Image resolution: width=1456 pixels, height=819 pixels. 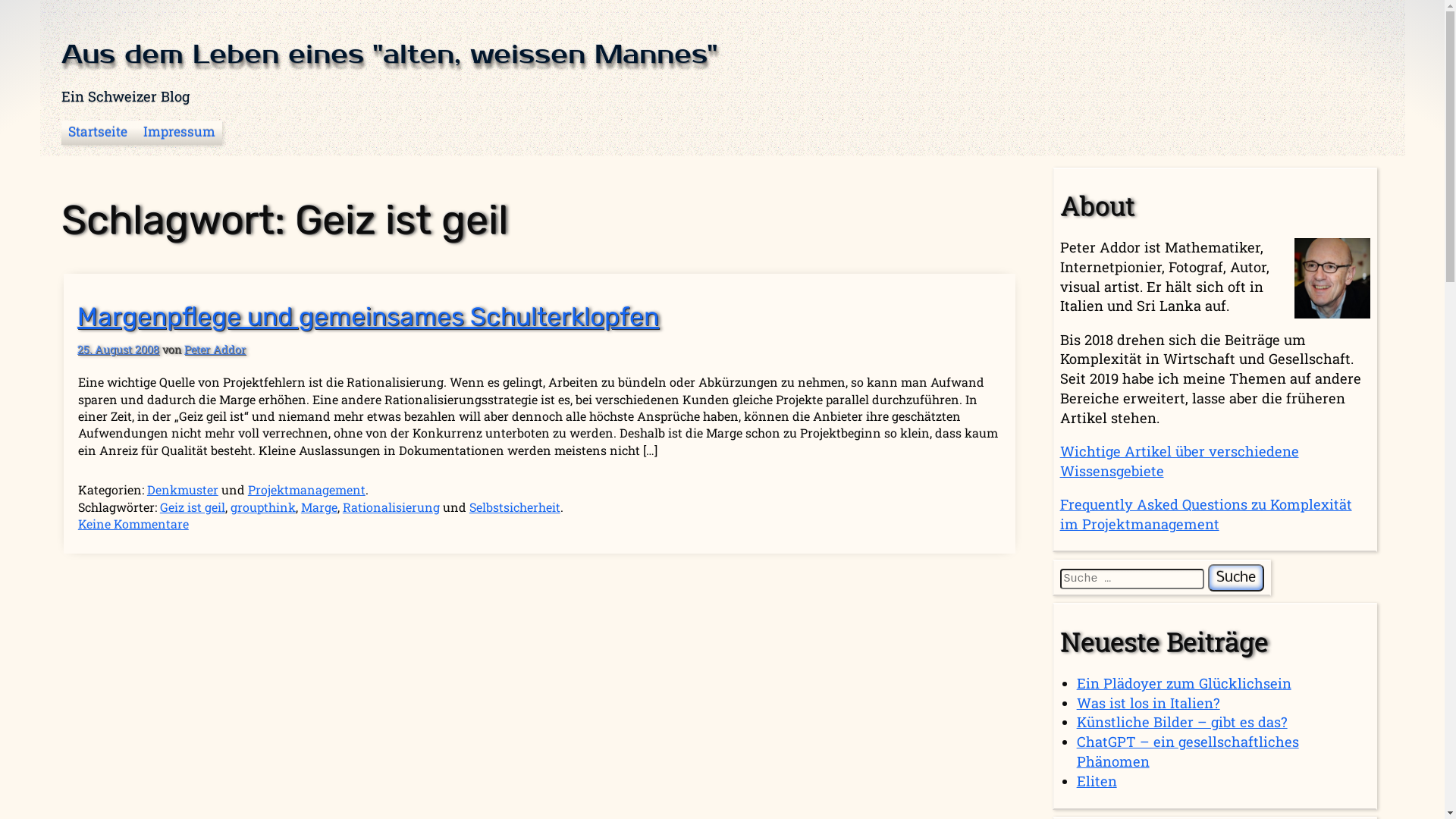 What do you see at coordinates (341, 507) in the screenshot?
I see `'Rationalisierung'` at bounding box center [341, 507].